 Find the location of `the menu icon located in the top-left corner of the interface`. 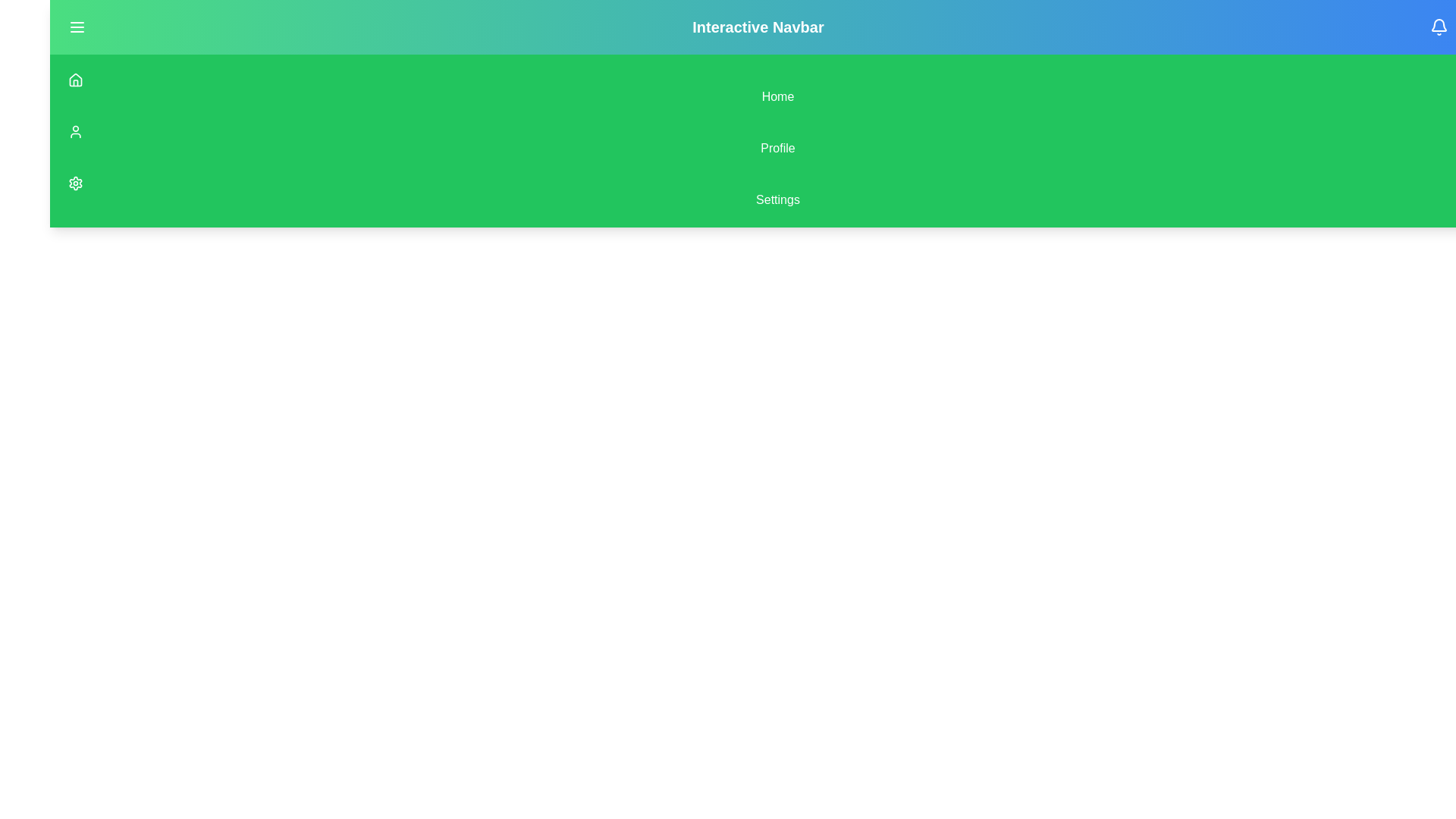

the menu icon located in the top-left corner of the interface is located at coordinates (76, 27).